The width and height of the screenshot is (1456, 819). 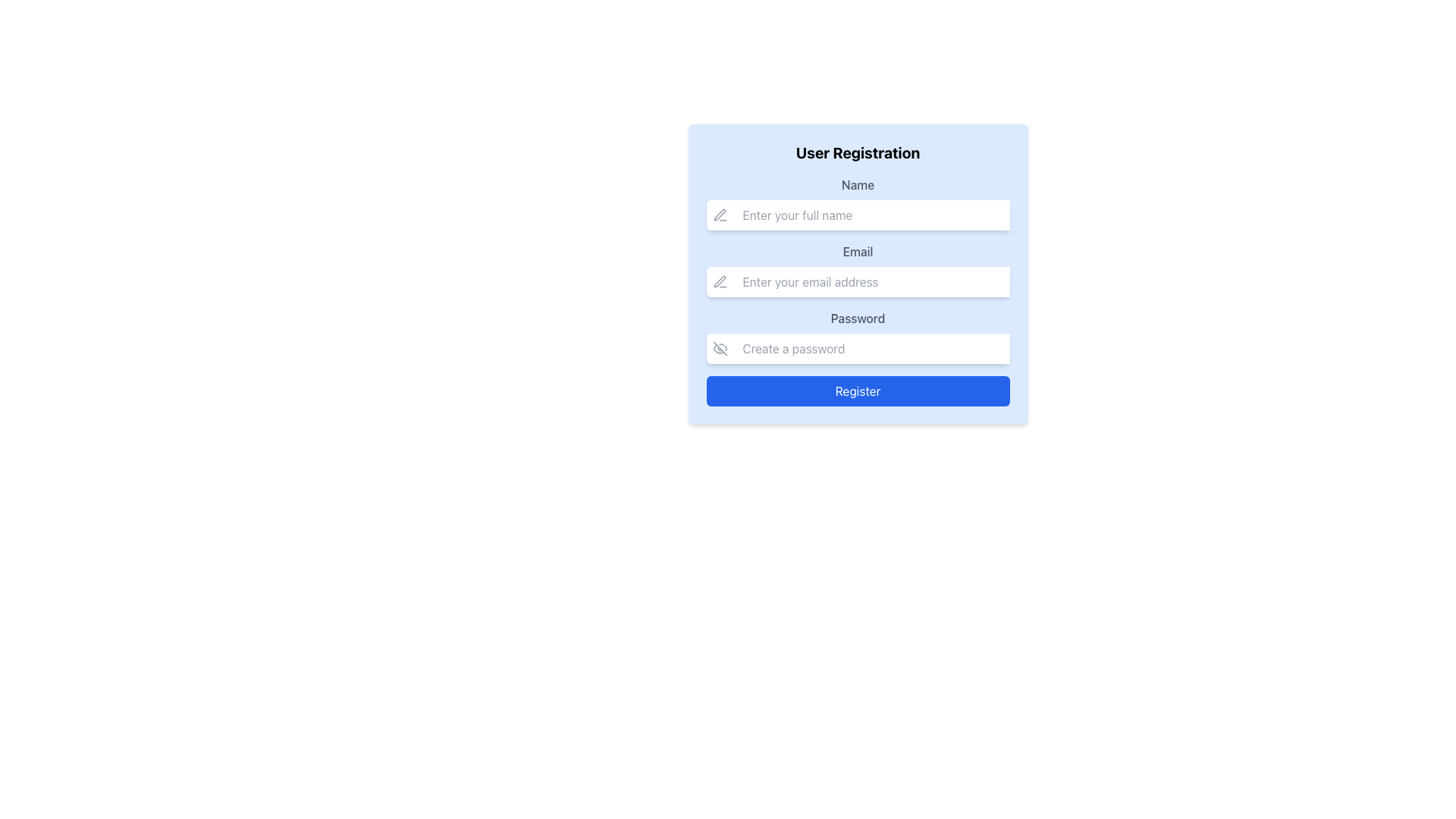 I want to click on the 'Name' label, which is a medium-sized, bold, gray font text positioned above the input field in the user registration form, so click(x=858, y=184).